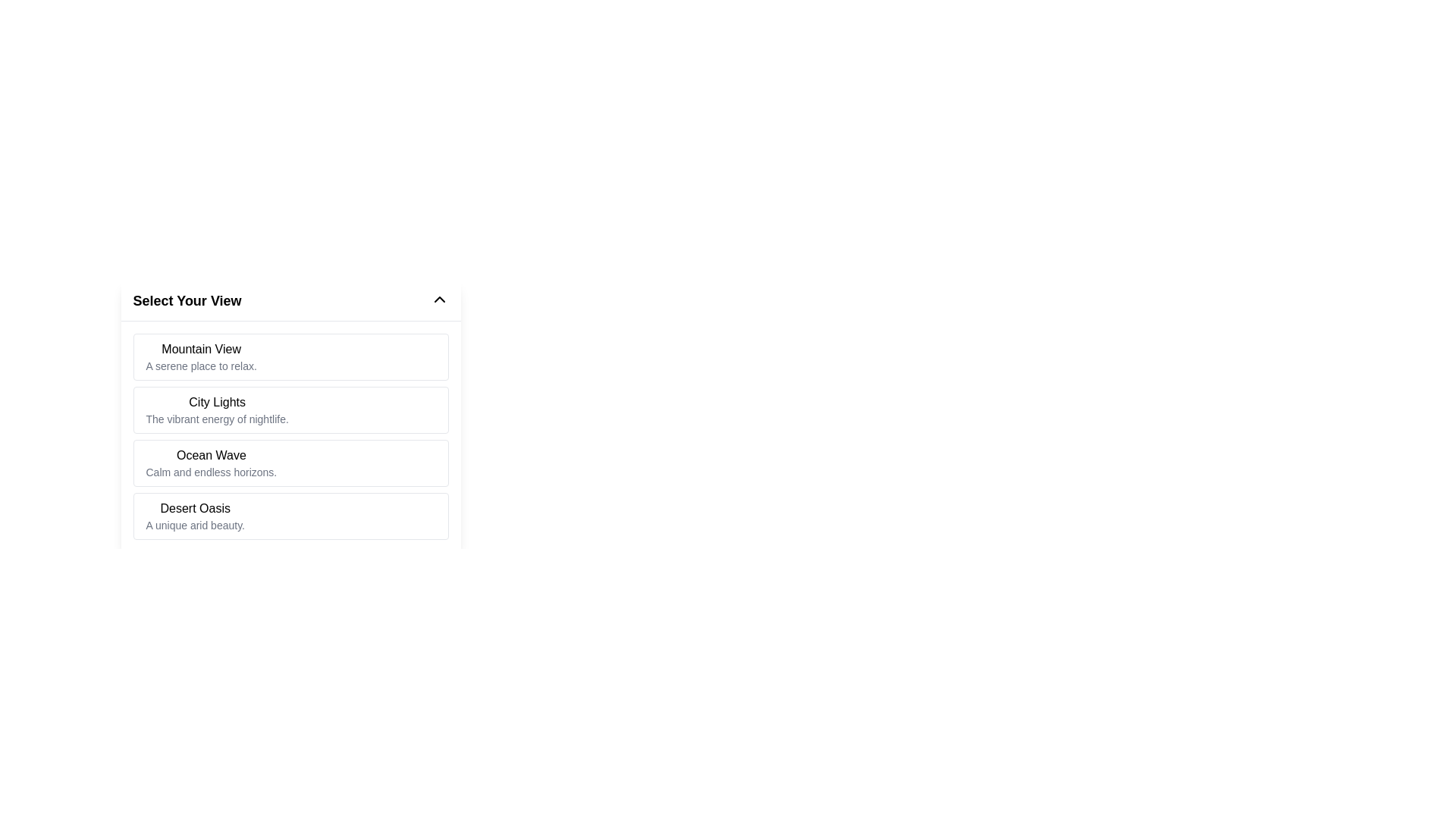 This screenshot has height=819, width=1456. What do you see at coordinates (200, 356) in the screenshot?
I see `the topmost list item option 'Mountain View' in the dropdown selection menu` at bounding box center [200, 356].